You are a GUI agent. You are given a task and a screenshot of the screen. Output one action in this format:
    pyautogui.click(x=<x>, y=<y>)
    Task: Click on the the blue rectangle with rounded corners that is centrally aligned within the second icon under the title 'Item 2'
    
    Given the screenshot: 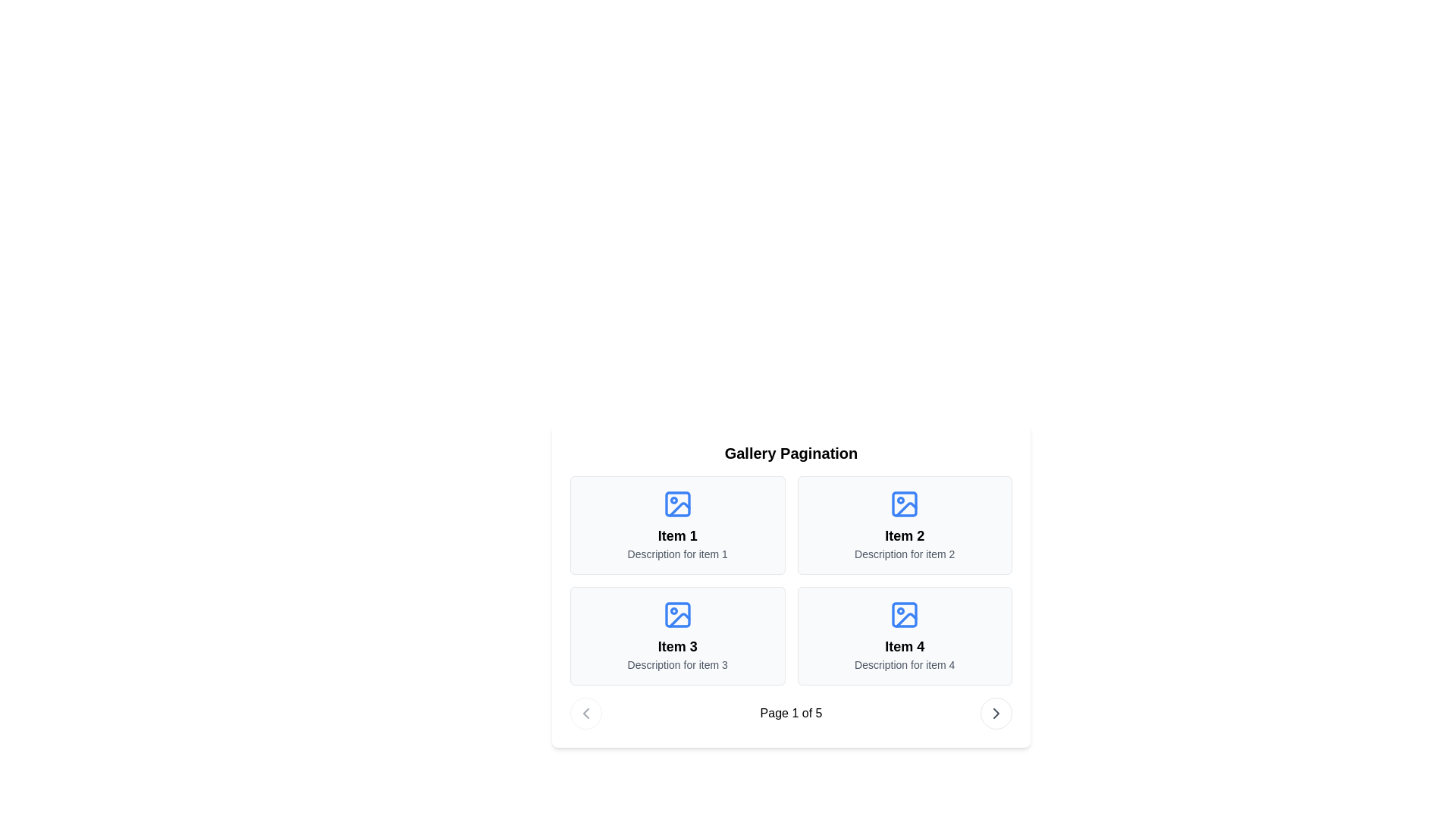 What is the action you would take?
    pyautogui.click(x=905, y=504)
    